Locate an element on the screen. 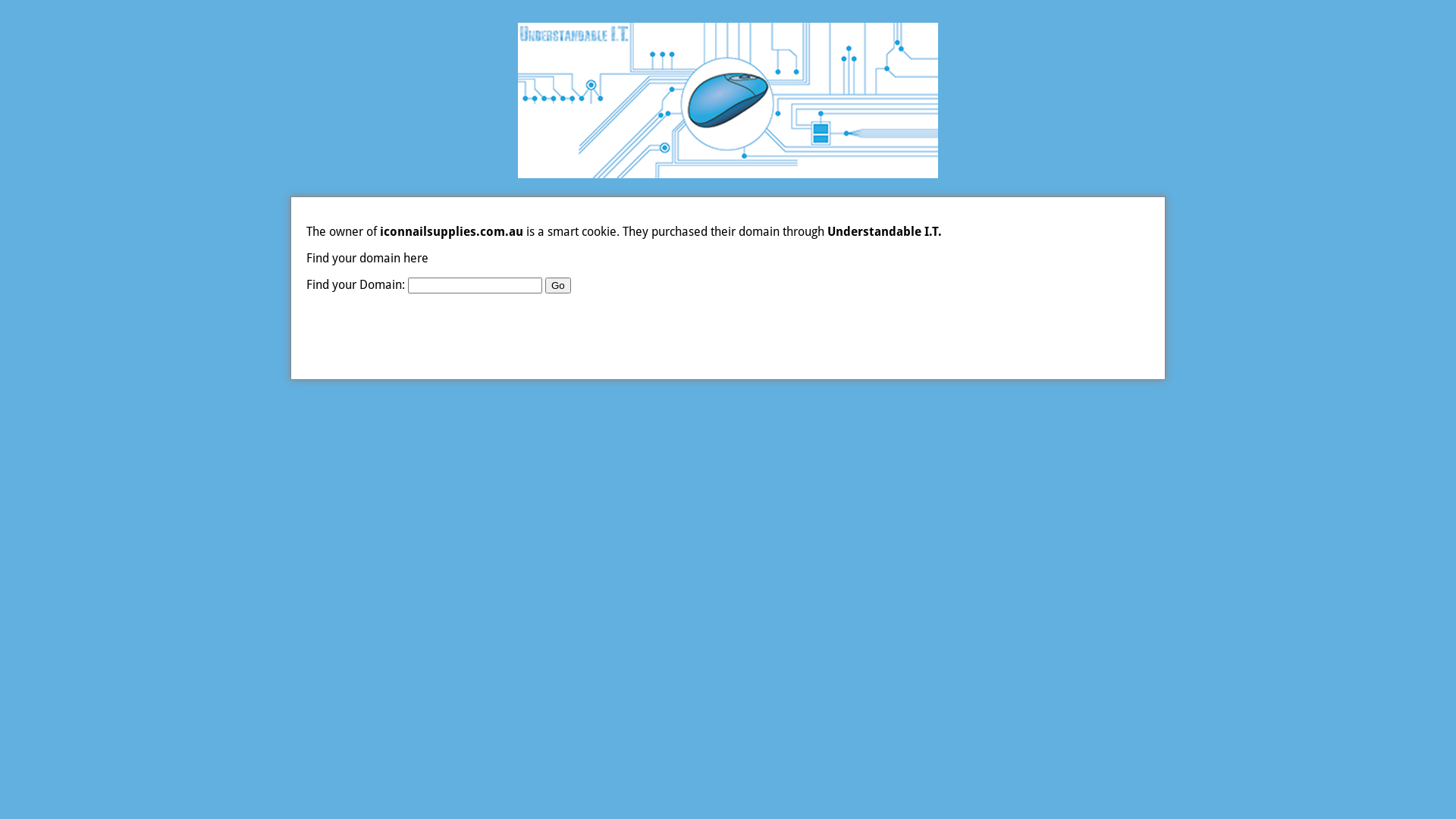 This screenshot has width=1456, height=819. 'Understandable I.T.' is located at coordinates (826, 231).